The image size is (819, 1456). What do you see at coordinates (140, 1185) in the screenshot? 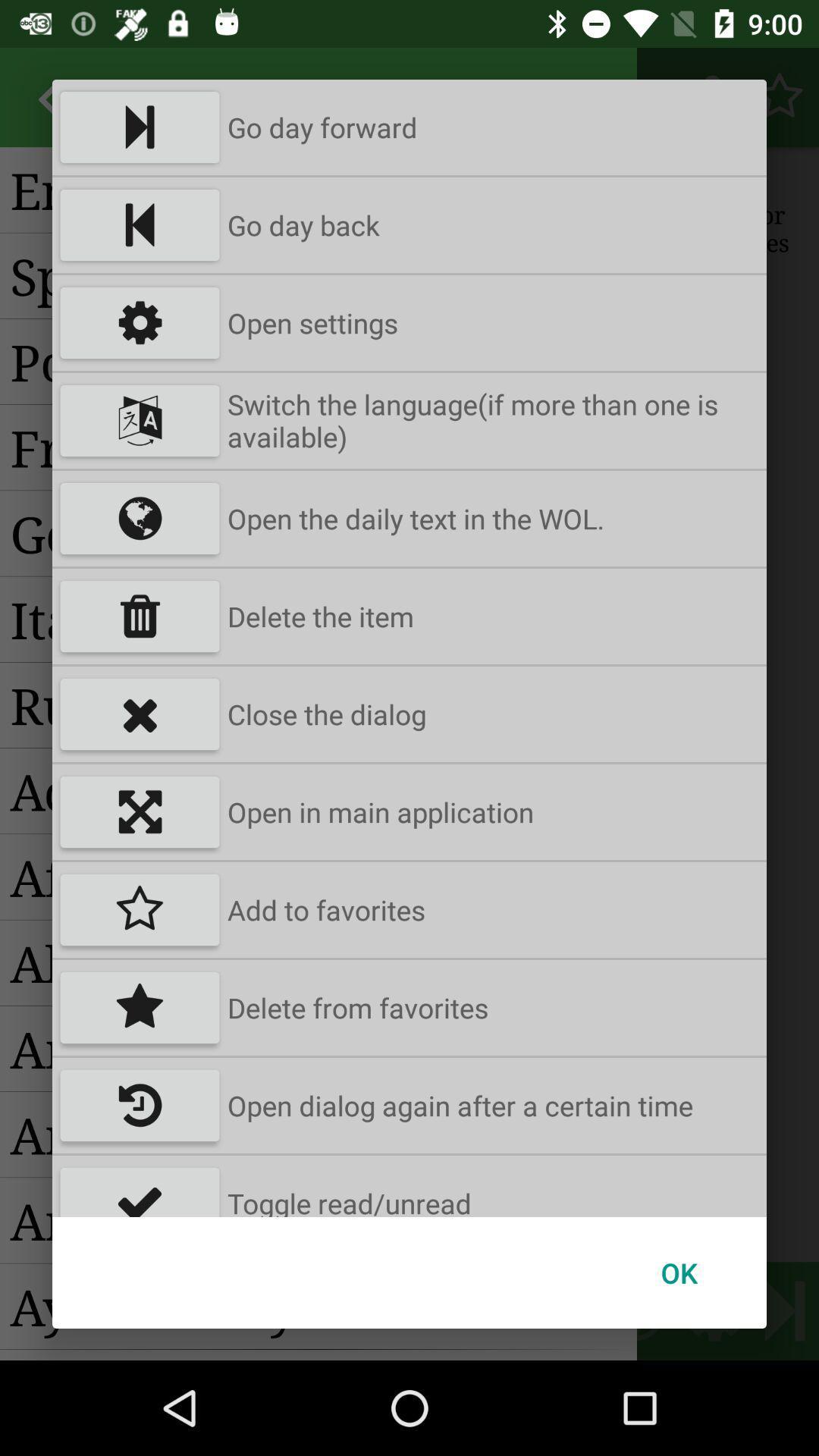
I see `icon to the left of toggle read/unread app` at bounding box center [140, 1185].